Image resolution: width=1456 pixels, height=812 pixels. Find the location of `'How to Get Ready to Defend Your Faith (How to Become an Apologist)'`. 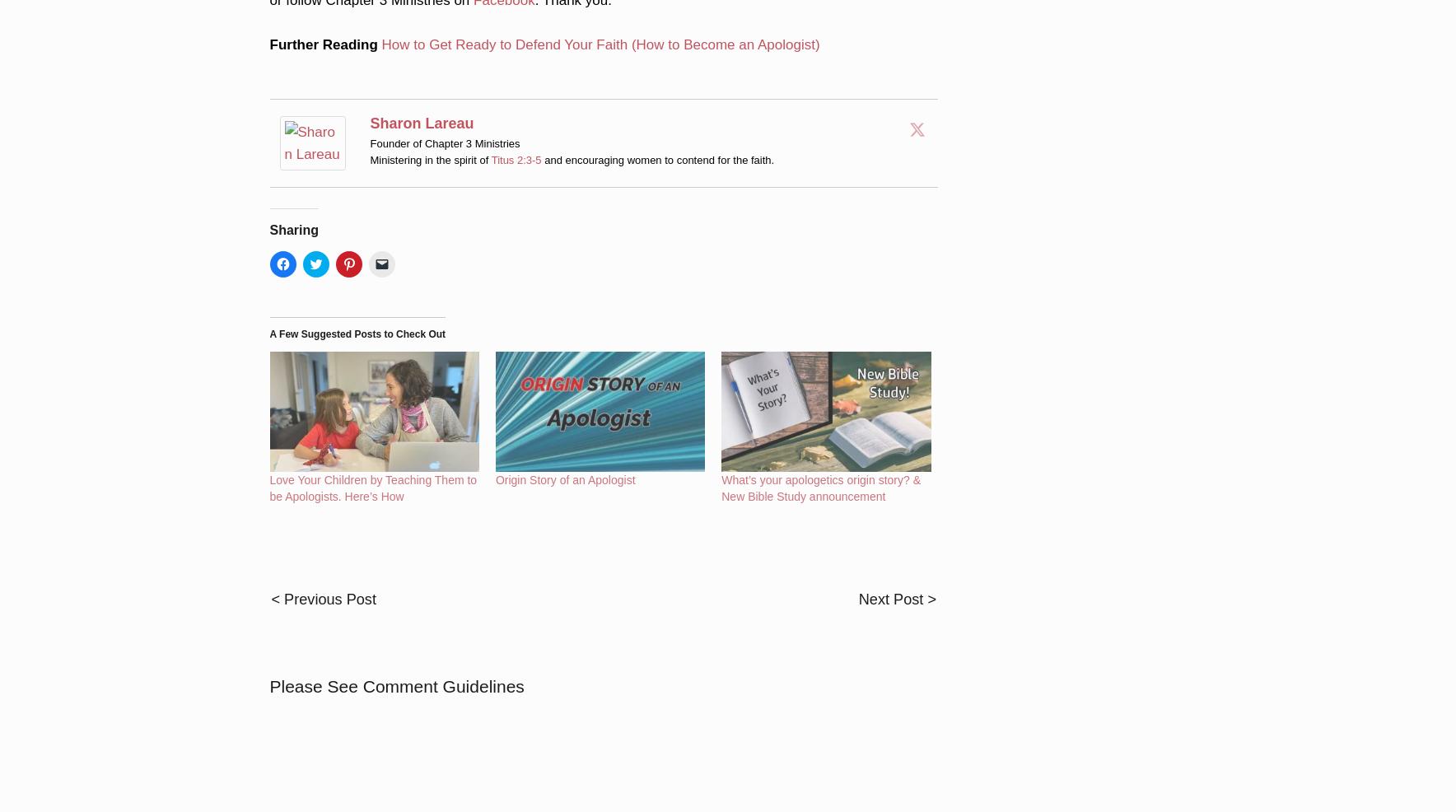

'How to Get Ready to Defend Your Faith (How to Become an Apologist)' is located at coordinates (600, 21).